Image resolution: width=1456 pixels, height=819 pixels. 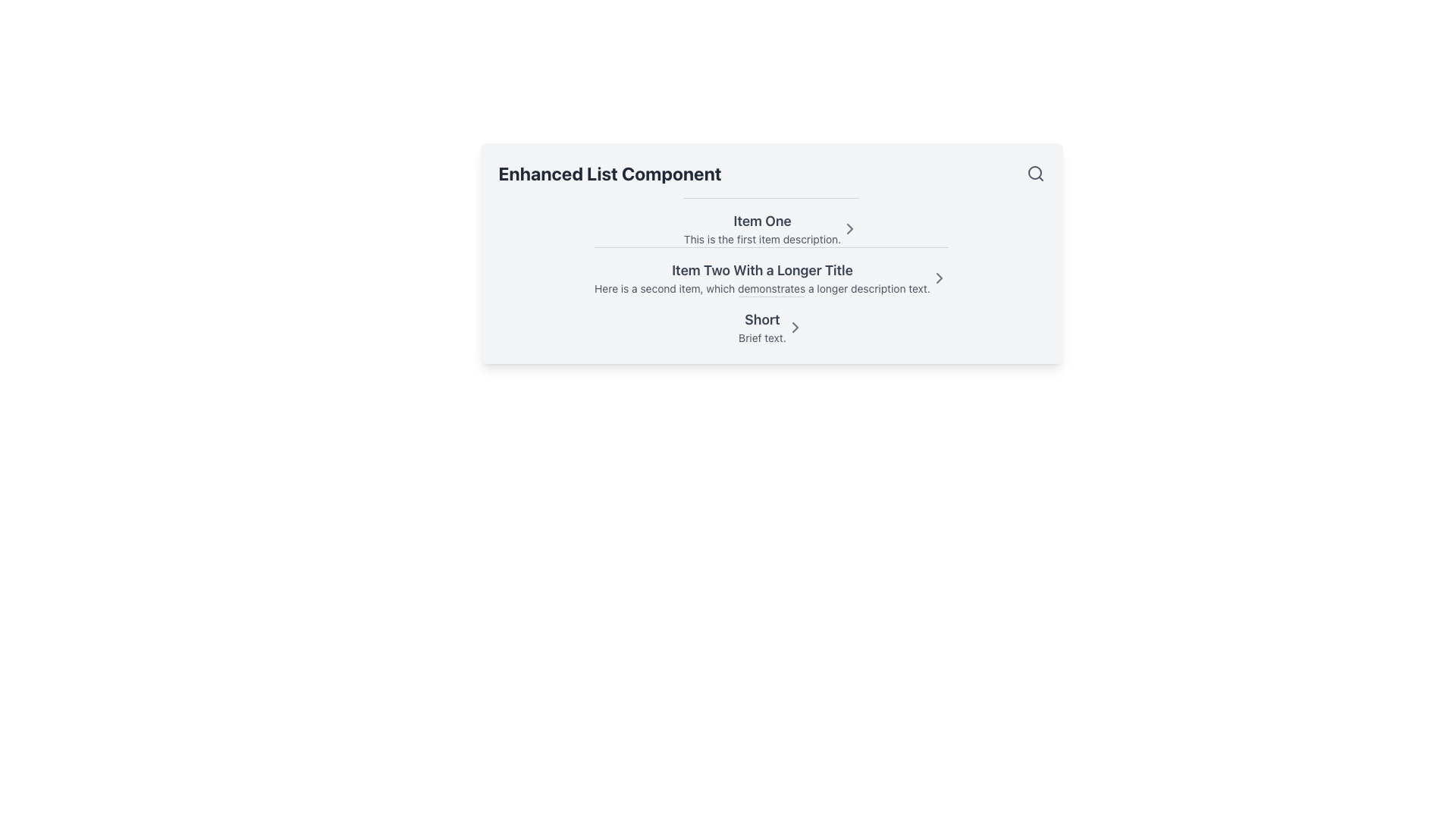 I want to click on the text label that displays 'Item One', which is styled with a larger font size, bold weight, and dark gray color, serving as the primary title above its description, so click(x=762, y=221).